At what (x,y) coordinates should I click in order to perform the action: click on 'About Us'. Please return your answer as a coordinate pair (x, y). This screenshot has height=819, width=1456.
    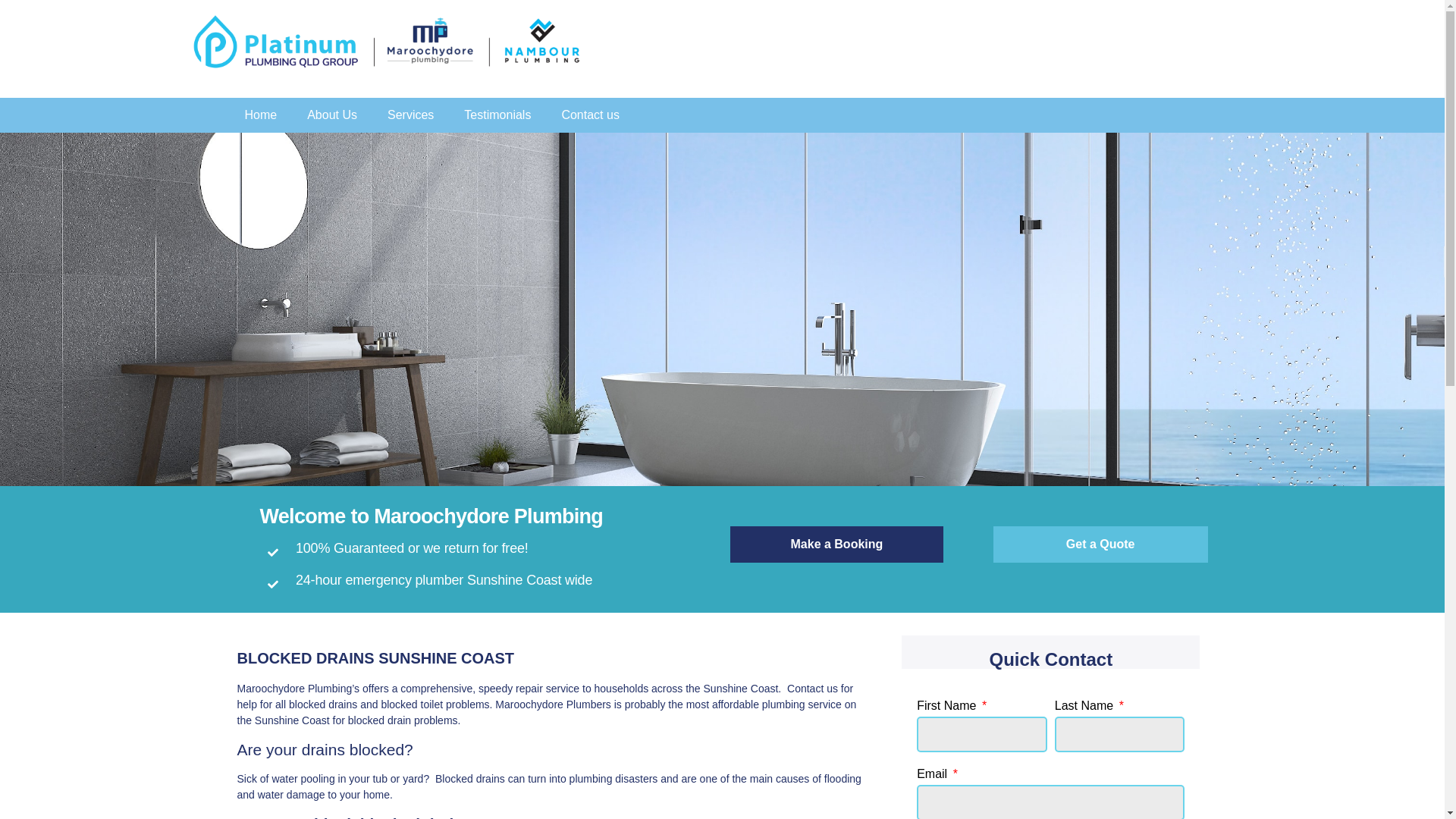
    Looking at the image, I should click on (331, 114).